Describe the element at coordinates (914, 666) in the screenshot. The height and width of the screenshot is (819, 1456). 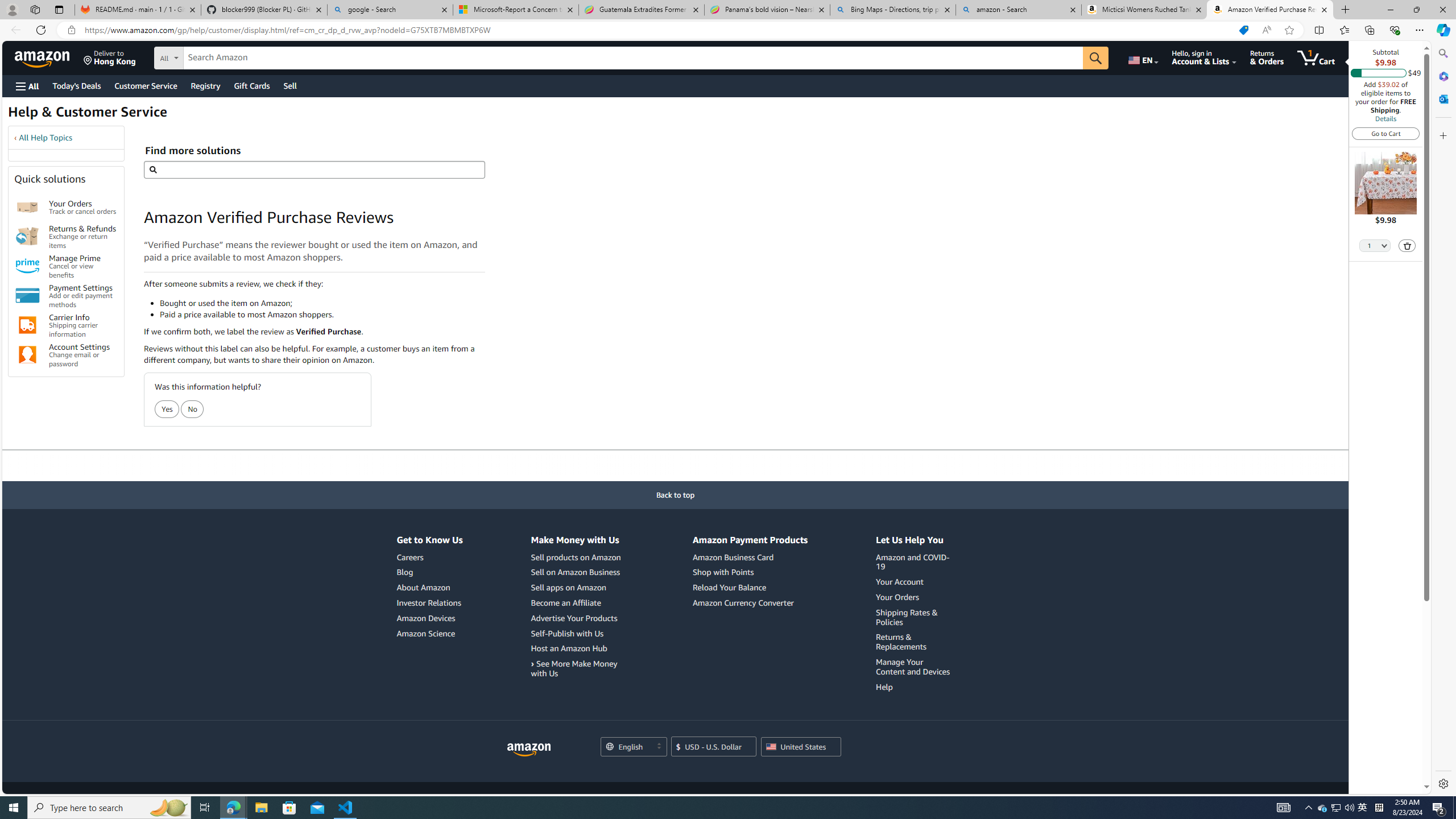
I see `'Manage Your Content and Devices'` at that location.